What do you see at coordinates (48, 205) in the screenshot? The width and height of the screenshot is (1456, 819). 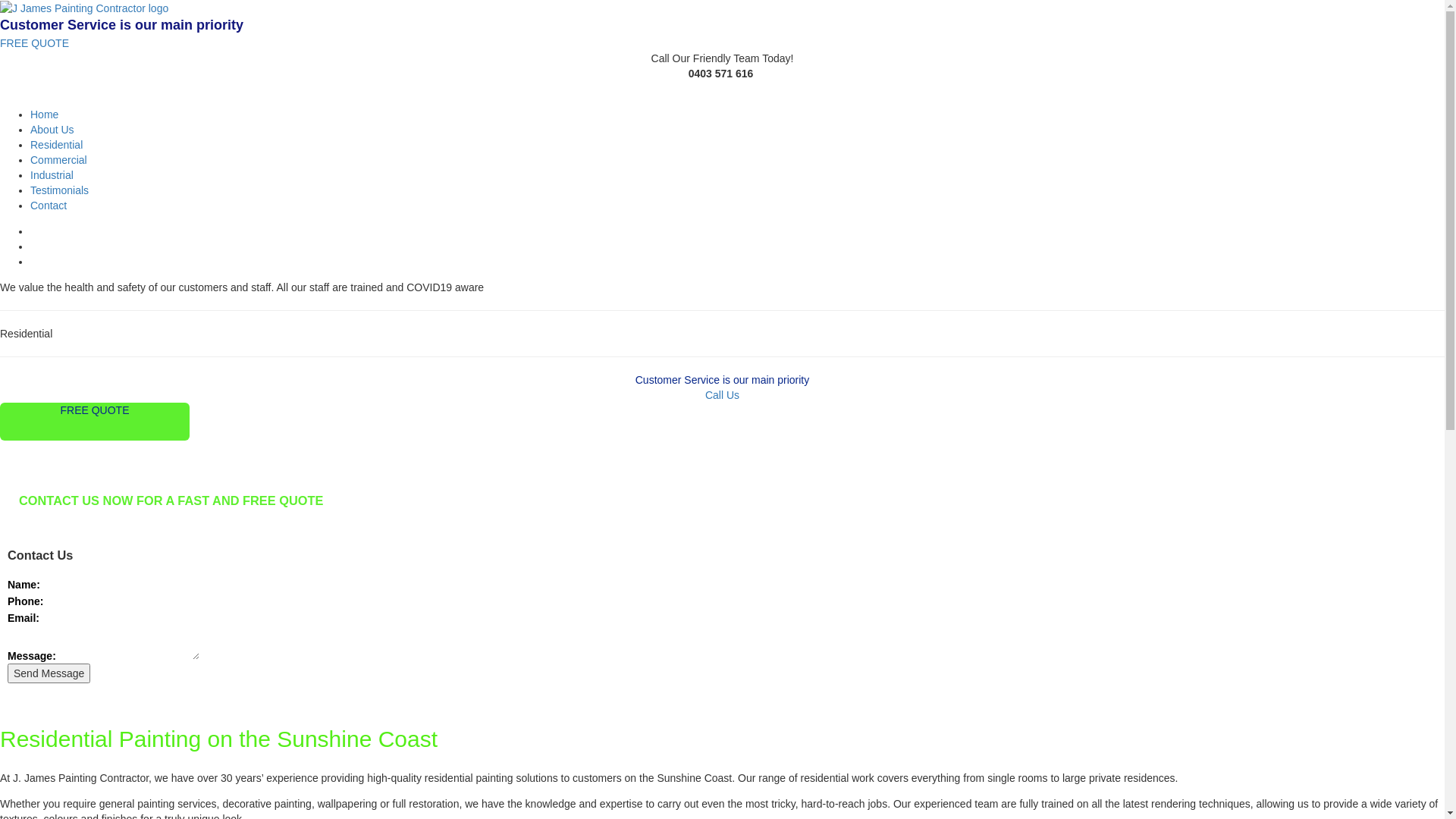 I see `'Contact'` at bounding box center [48, 205].